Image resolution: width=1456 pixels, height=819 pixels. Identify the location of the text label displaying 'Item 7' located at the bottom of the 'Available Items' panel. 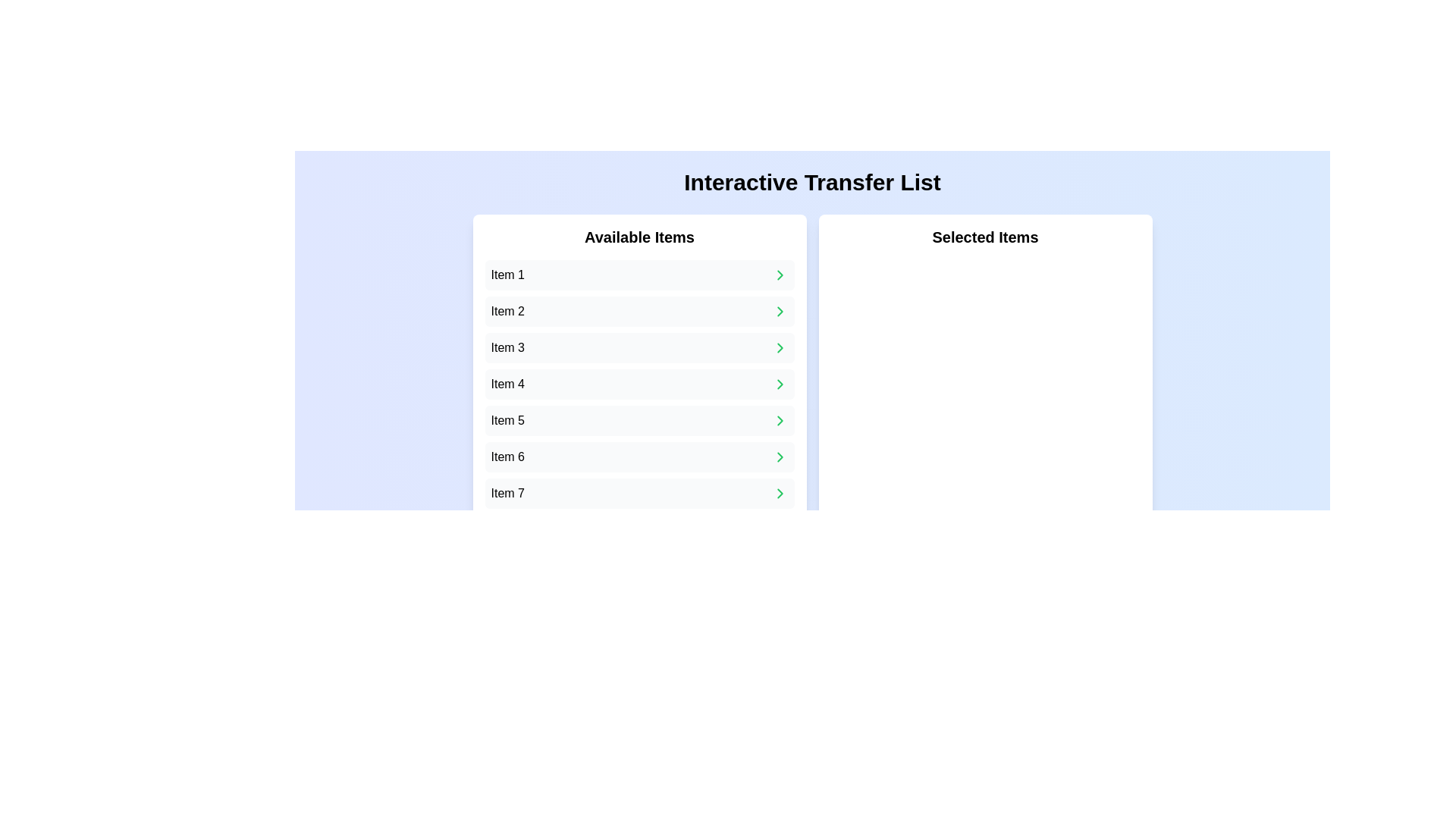
(507, 494).